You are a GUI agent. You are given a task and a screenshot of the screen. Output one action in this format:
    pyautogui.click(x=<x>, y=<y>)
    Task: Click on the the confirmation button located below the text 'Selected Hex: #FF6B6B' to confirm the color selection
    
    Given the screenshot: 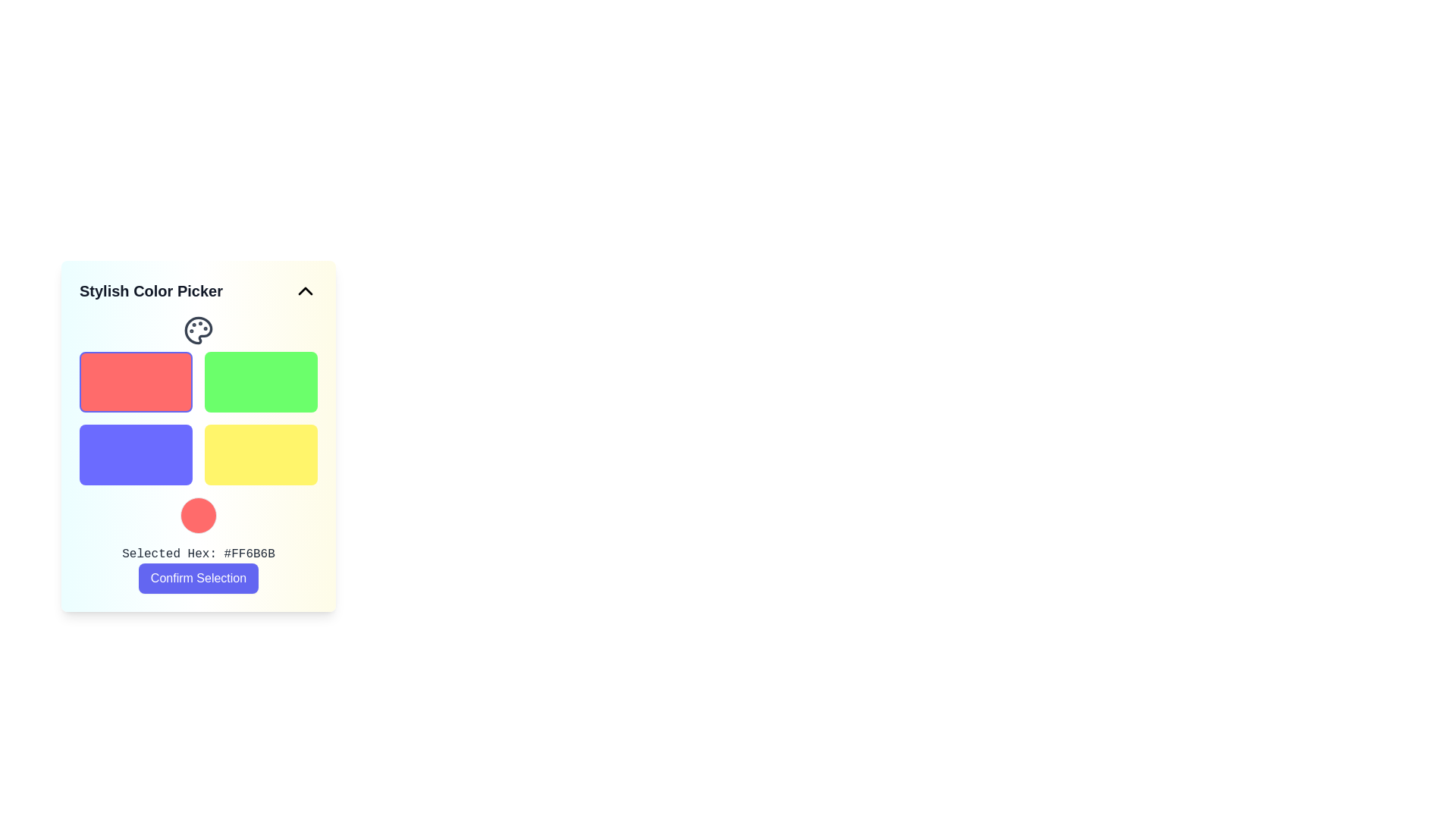 What is the action you would take?
    pyautogui.click(x=198, y=579)
    